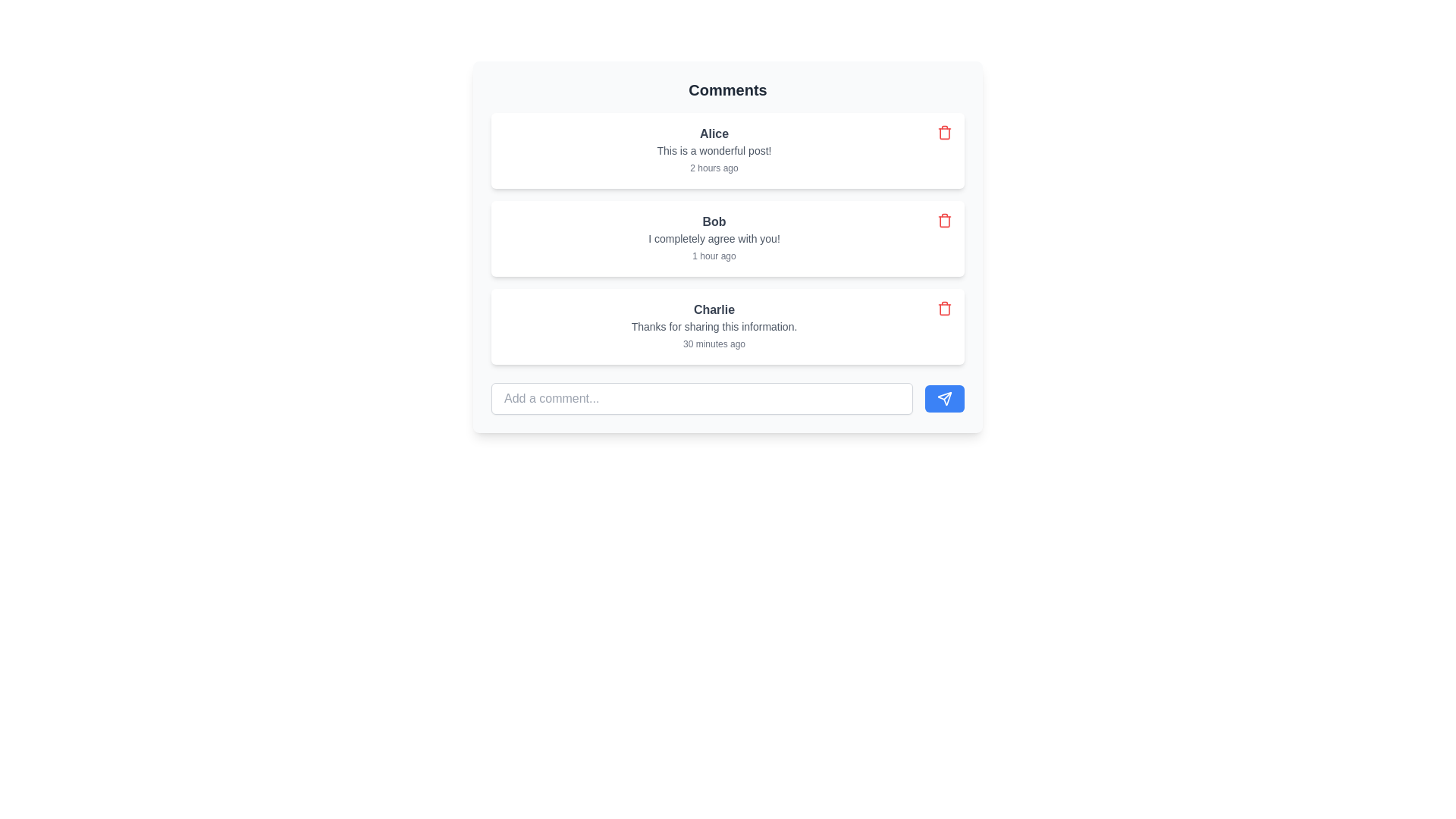 The height and width of the screenshot is (819, 1456). What do you see at coordinates (713, 239) in the screenshot?
I see `text label containing the comment posted by 'Bob', which states 'I completely agree with you!'` at bounding box center [713, 239].